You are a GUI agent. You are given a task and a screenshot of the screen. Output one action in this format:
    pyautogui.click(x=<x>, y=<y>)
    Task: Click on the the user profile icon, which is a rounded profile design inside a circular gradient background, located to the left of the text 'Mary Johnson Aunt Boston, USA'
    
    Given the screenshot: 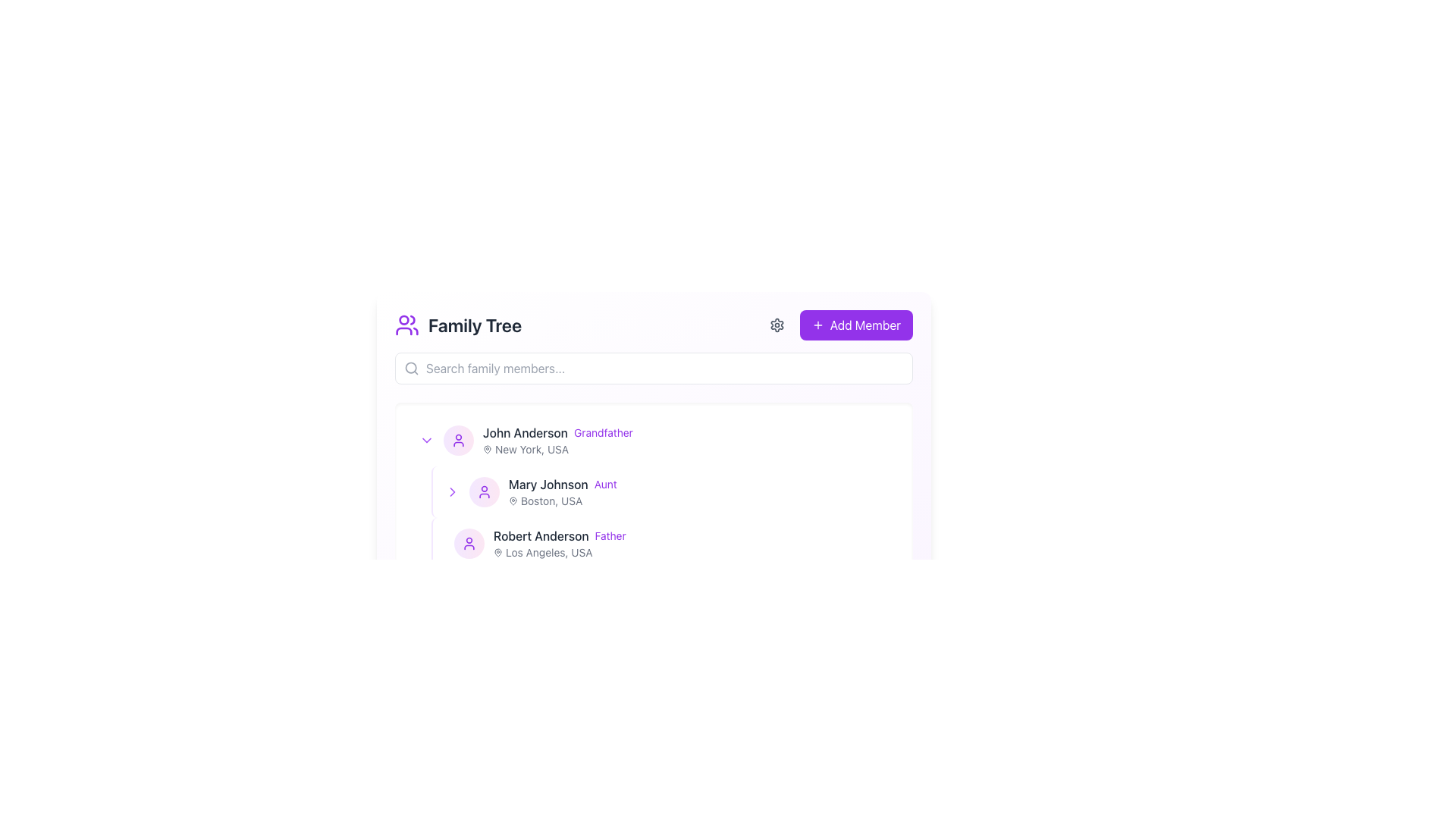 What is the action you would take?
    pyautogui.click(x=483, y=491)
    